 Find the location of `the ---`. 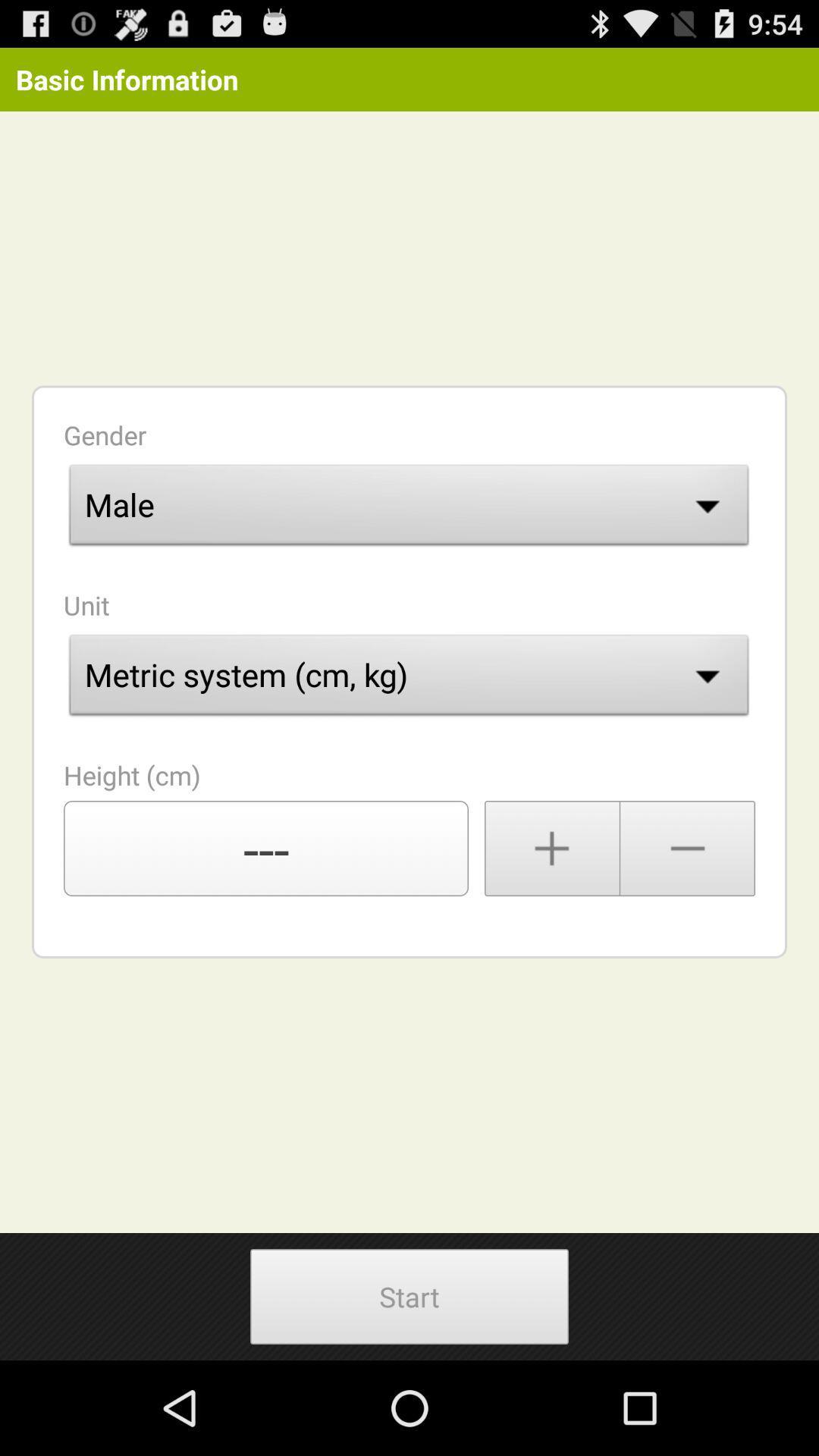

the --- is located at coordinates (265, 847).